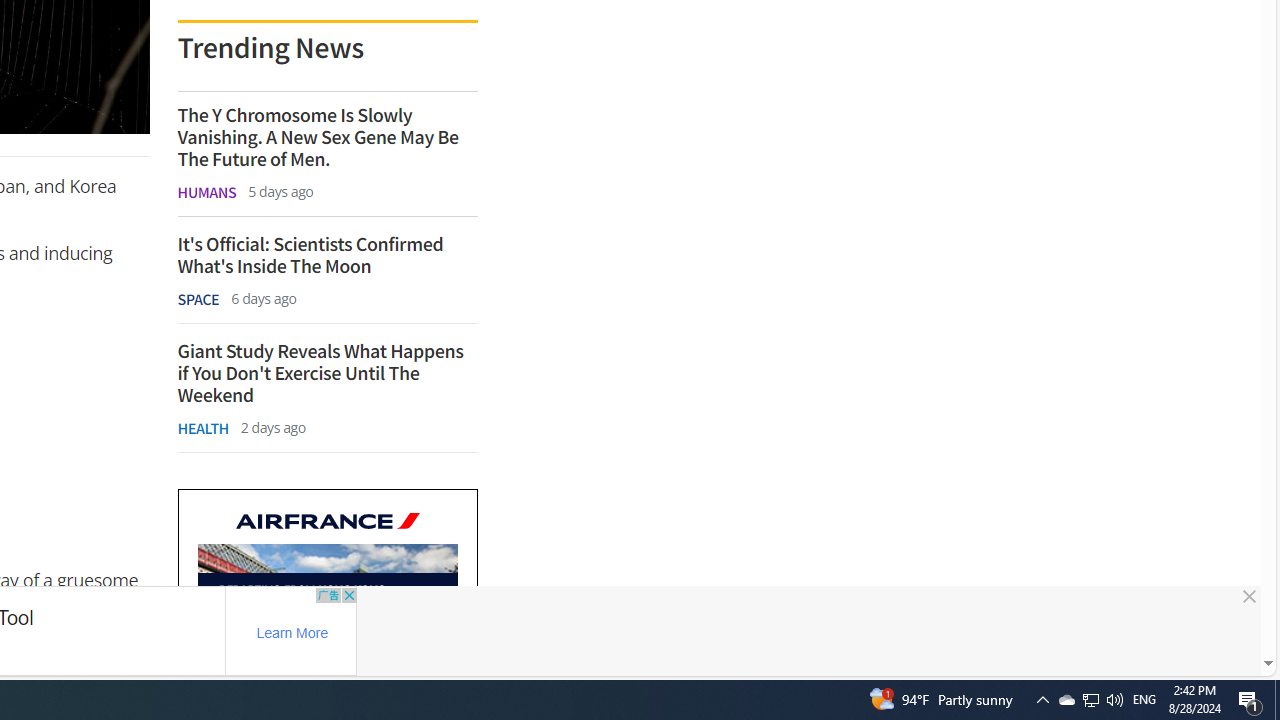  What do you see at coordinates (202, 427) in the screenshot?
I see `'HEALTH'` at bounding box center [202, 427].